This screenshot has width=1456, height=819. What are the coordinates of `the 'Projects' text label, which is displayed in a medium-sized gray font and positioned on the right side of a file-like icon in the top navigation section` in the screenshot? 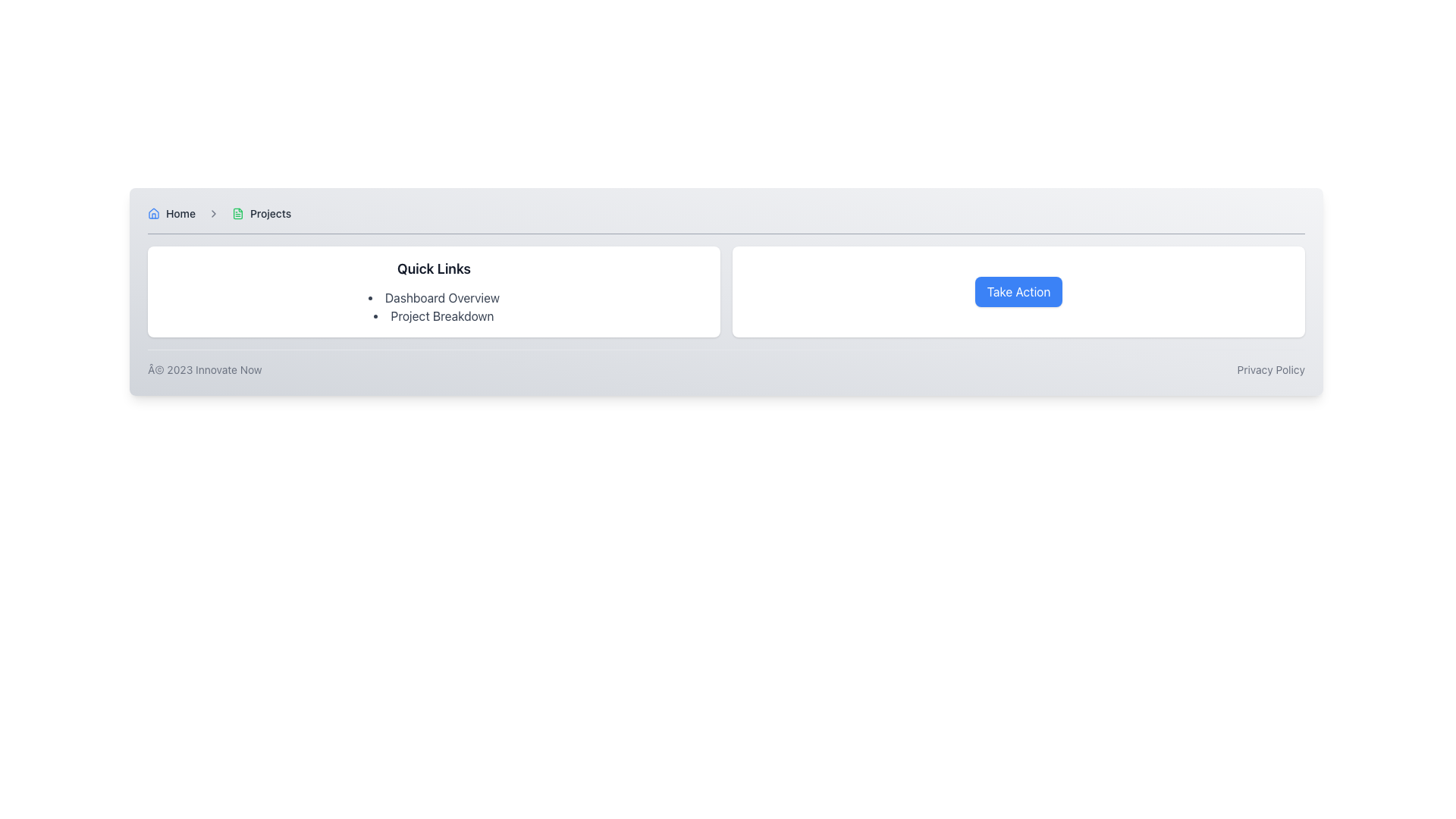 It's located at (271, 213).